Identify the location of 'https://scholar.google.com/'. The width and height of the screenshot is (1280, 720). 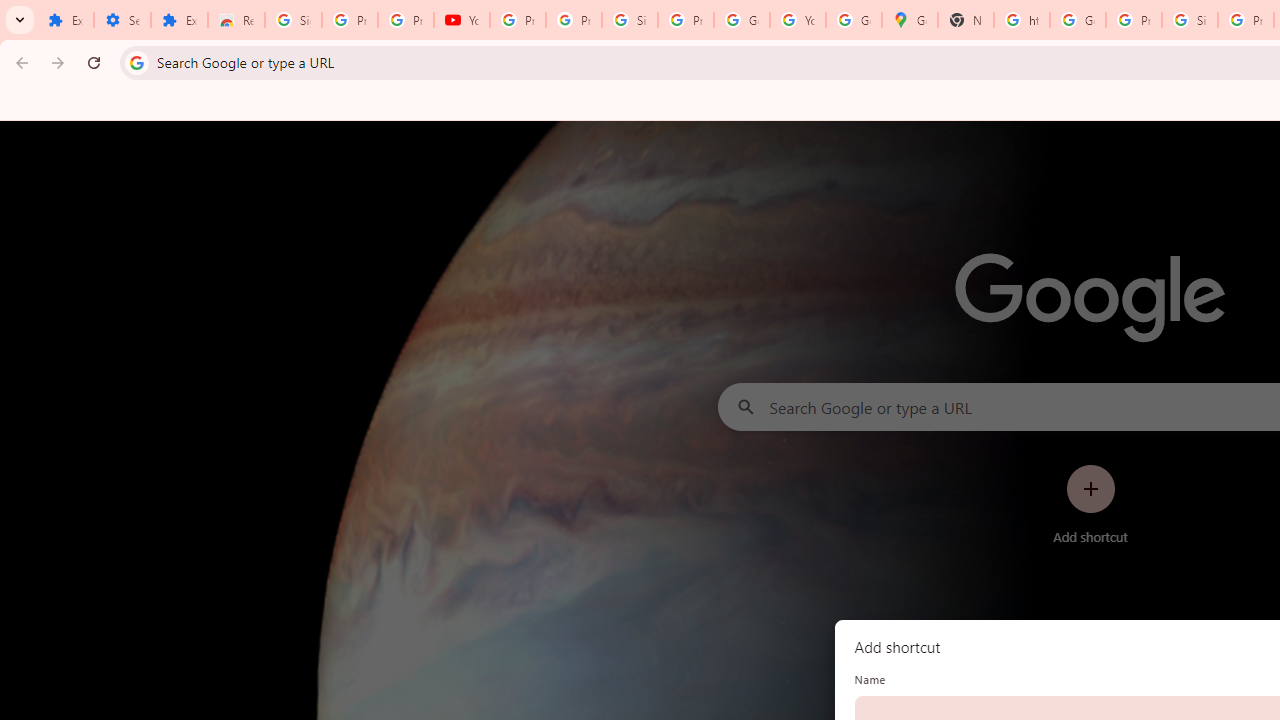
(1022, 20).